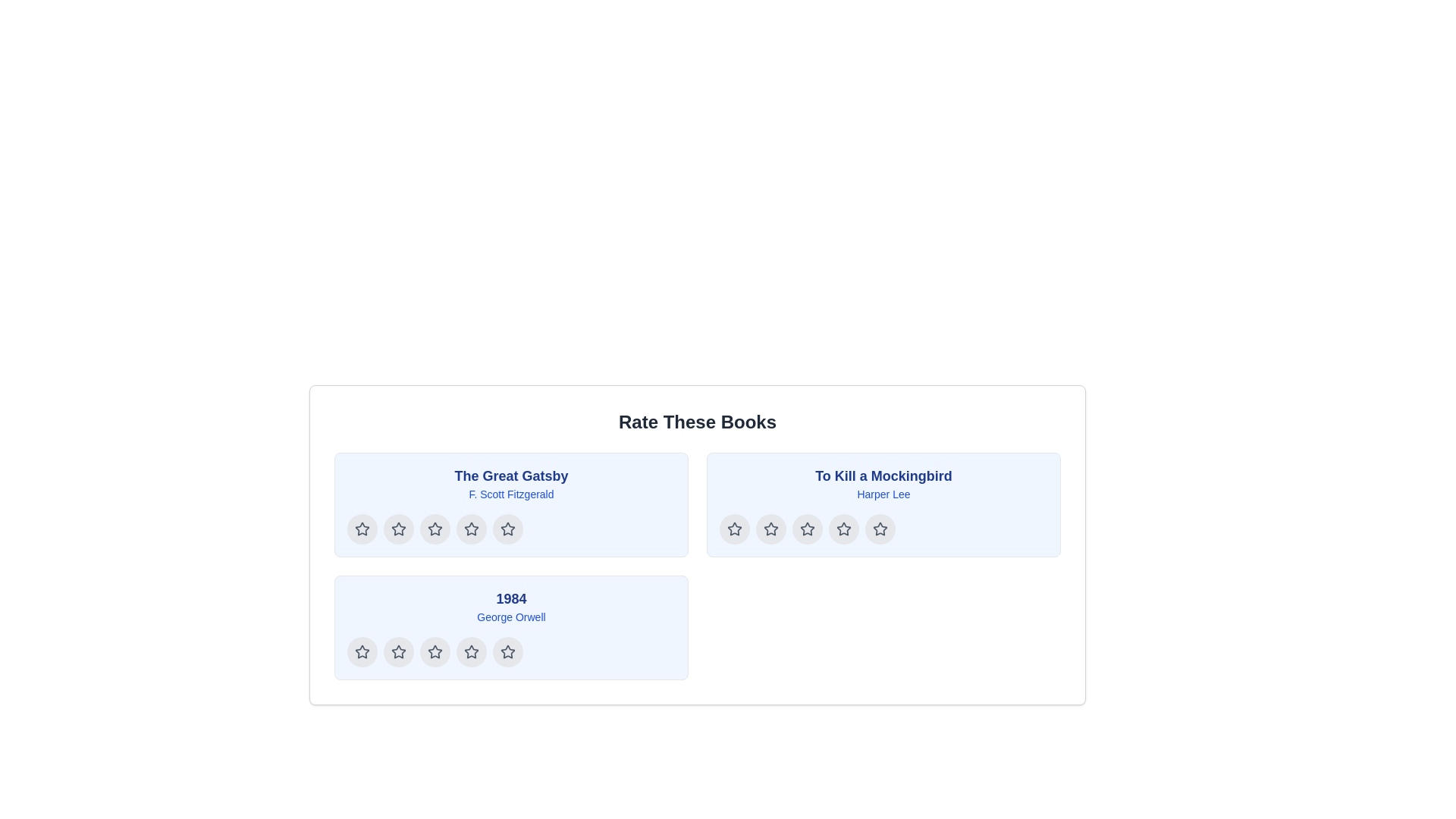  Describe the element at coordinates (511, 529) in the screenshot. I see `the fourth star in the rating component located under 'F. Scott Fitzgerald' for 'The Great Gatsby' to rate 4 stars` at that location.